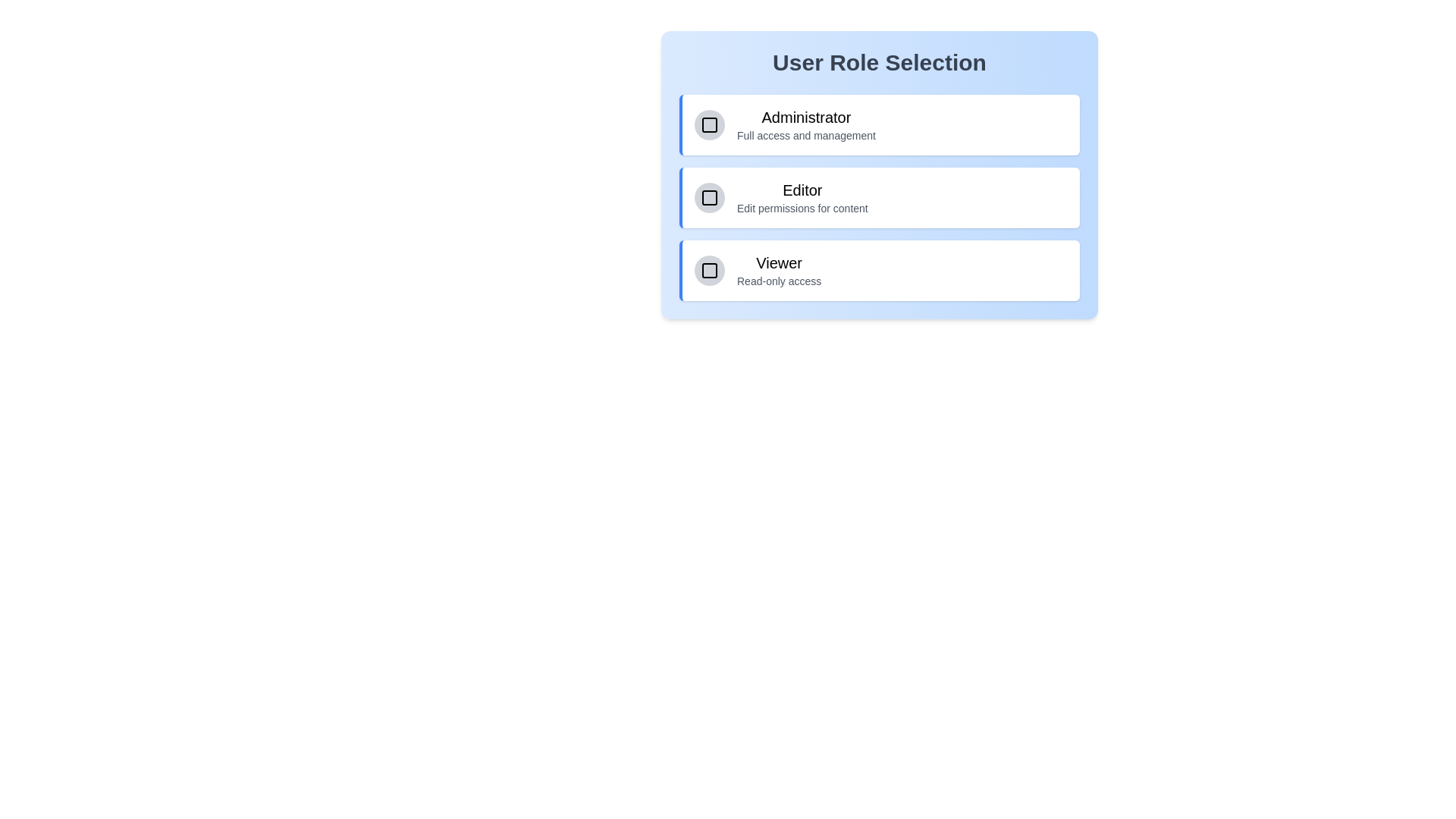 This screenshot has width=1456, height=819. What do you see at coordinates (736, 178) in the screenshot?
I see `the text of the role description for Editor` at bounding box center [736, 178].